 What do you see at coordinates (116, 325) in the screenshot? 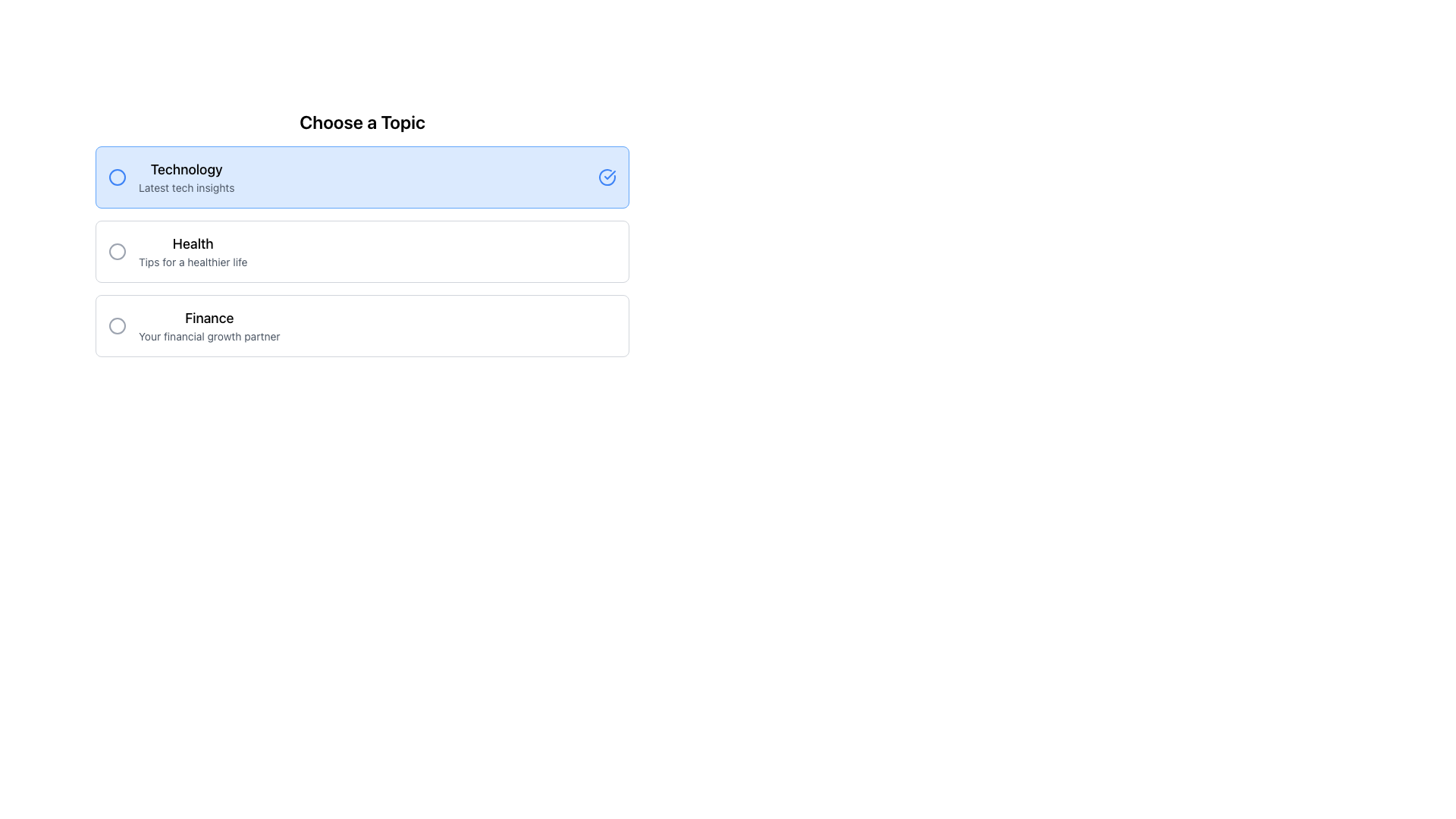
I see `the 'Finance' icon located to the left of the text 'Finance Your financial growth partner'` at bounding box center [116, 325].